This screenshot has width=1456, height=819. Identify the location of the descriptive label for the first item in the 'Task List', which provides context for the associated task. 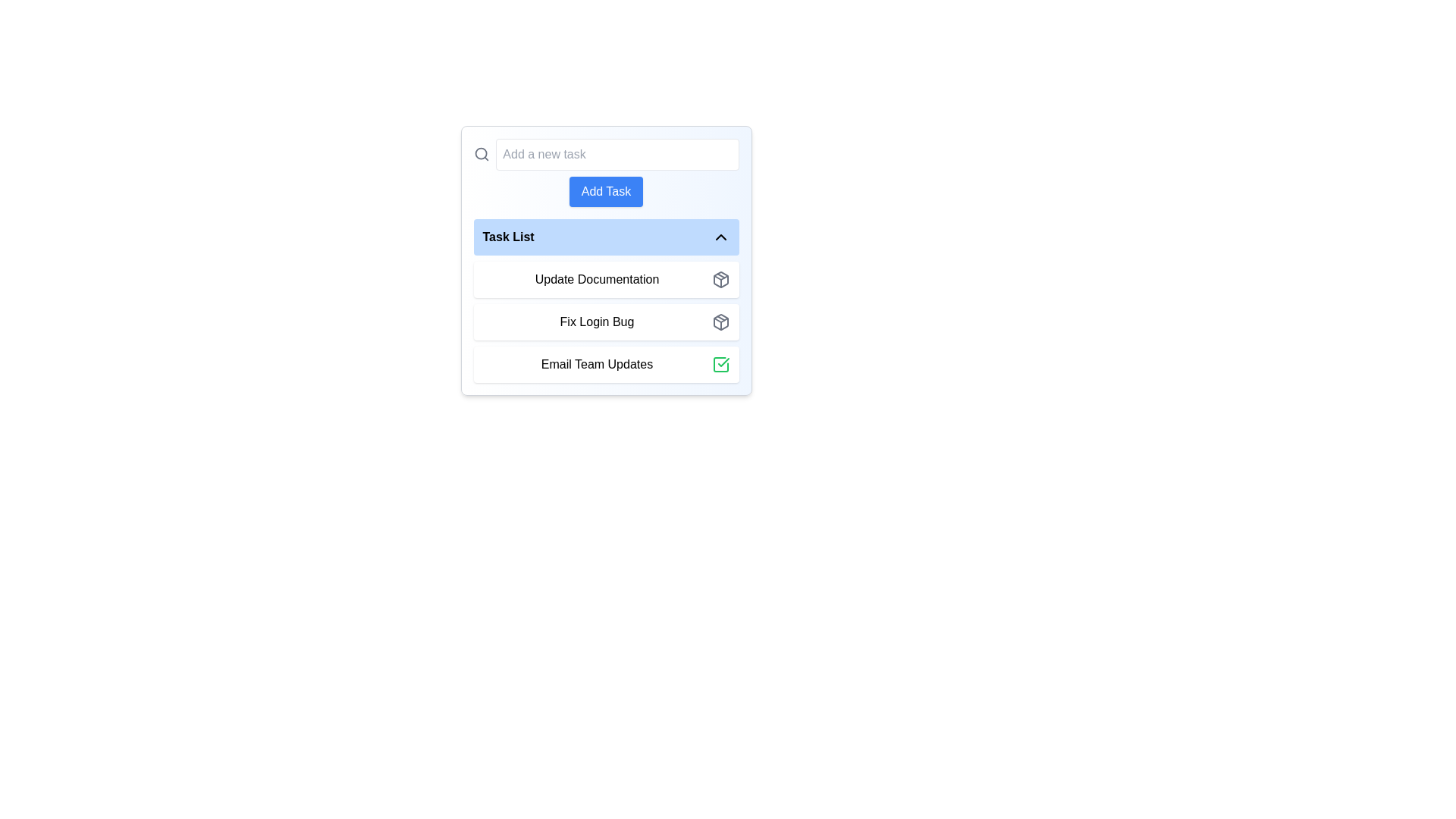
(596, 280).